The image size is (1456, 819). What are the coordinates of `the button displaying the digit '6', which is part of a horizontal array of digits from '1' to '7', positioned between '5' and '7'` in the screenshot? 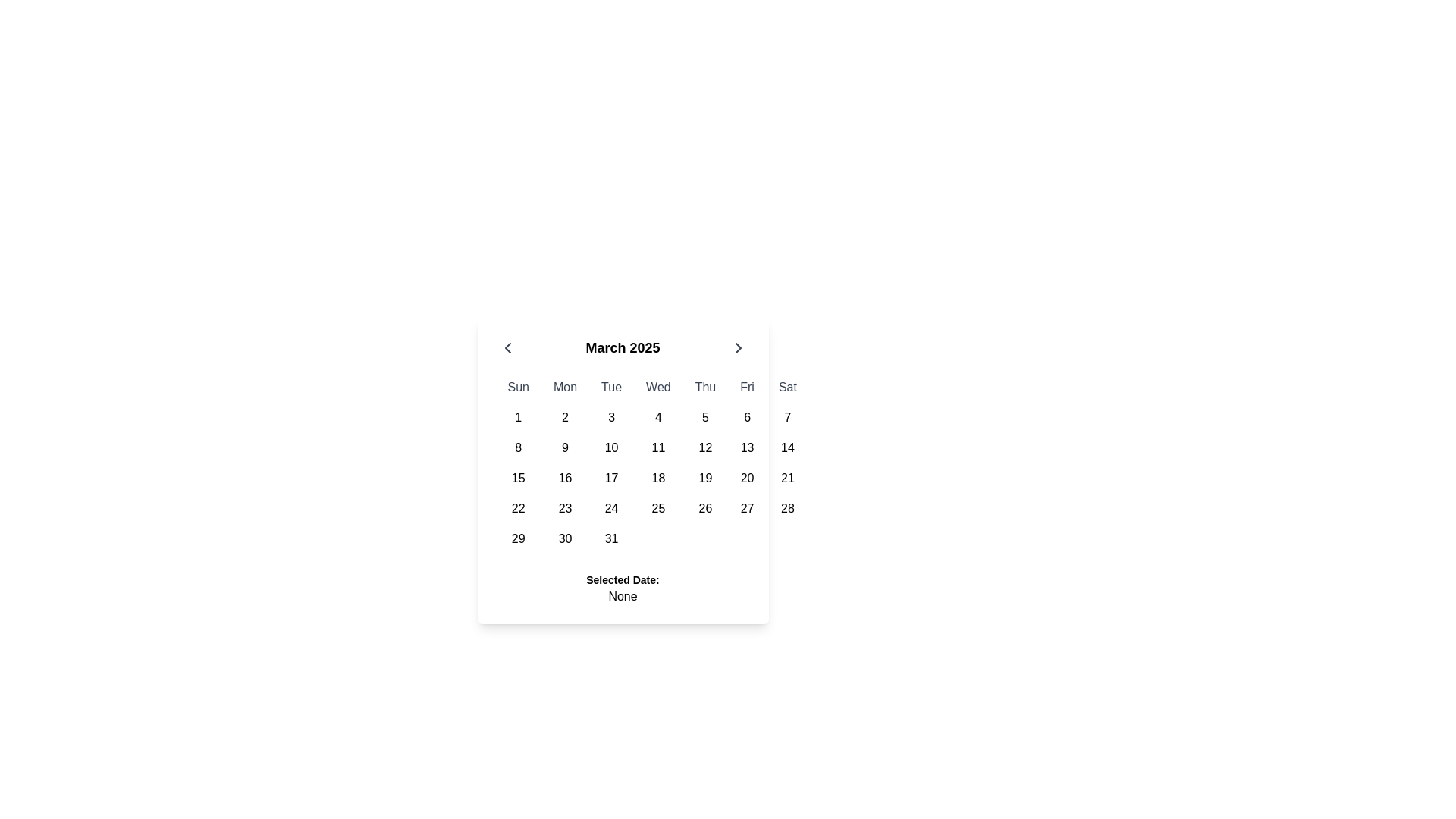 It's located at (747, 418).